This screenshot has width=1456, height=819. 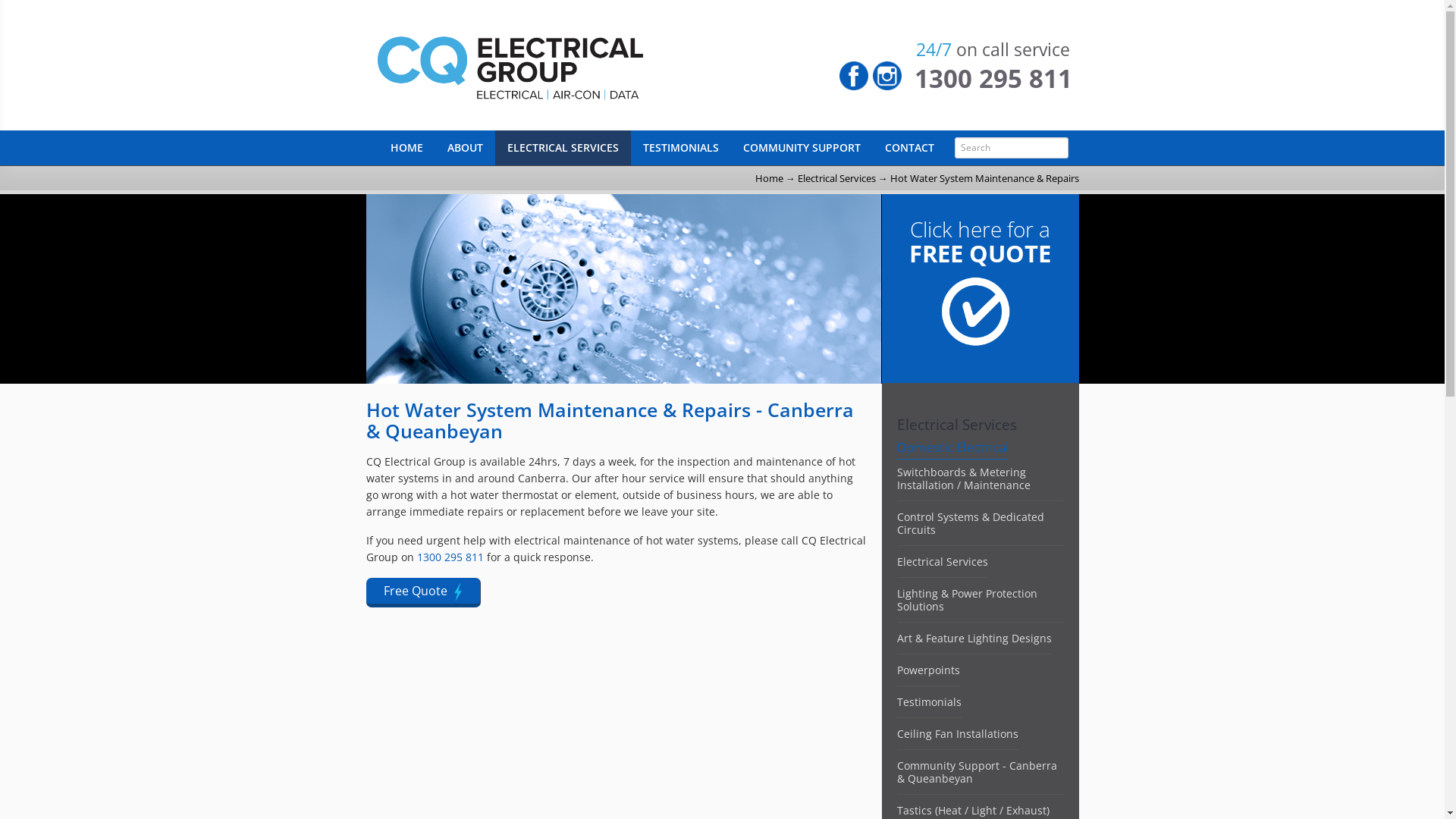 I want to click on 'Home', so click(x=570, y=64).